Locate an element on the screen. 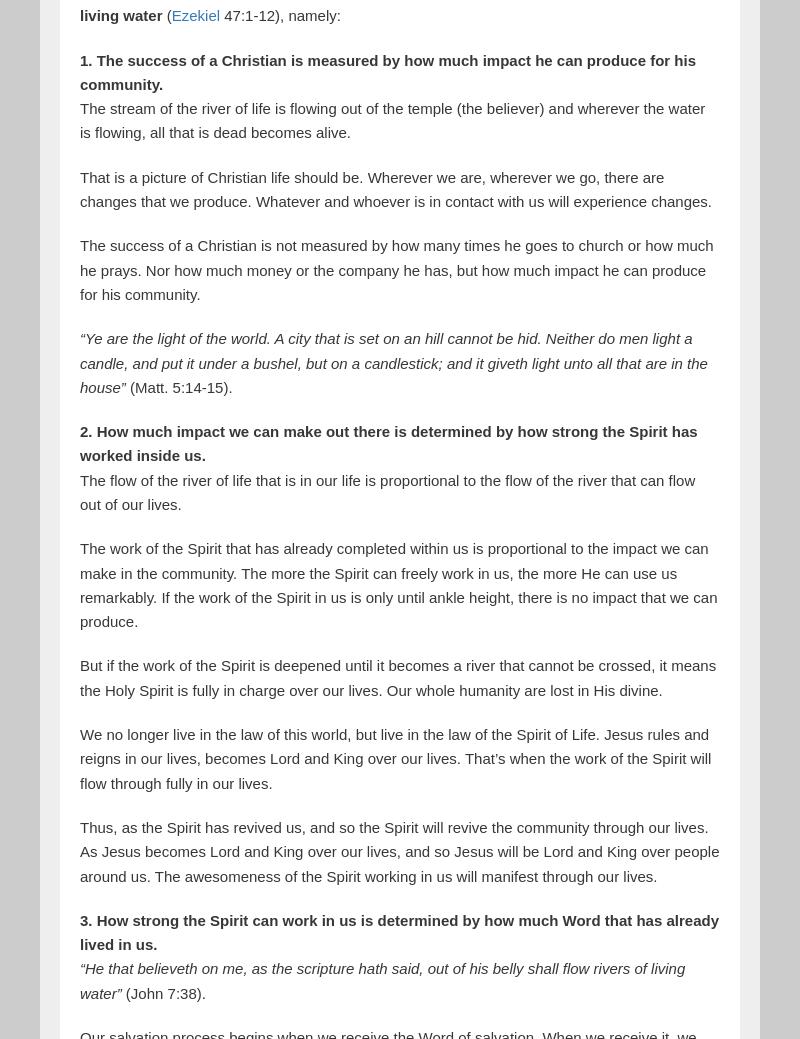 Image resolution: width=800 pixels, height=1039 pixels. 'That is a picture of Christian life should be. Wherever we are, wherever we go, there are changes that we produce. Whatever and whoever is in contact with us will experience changes.' is located at coordinates (395, 188).